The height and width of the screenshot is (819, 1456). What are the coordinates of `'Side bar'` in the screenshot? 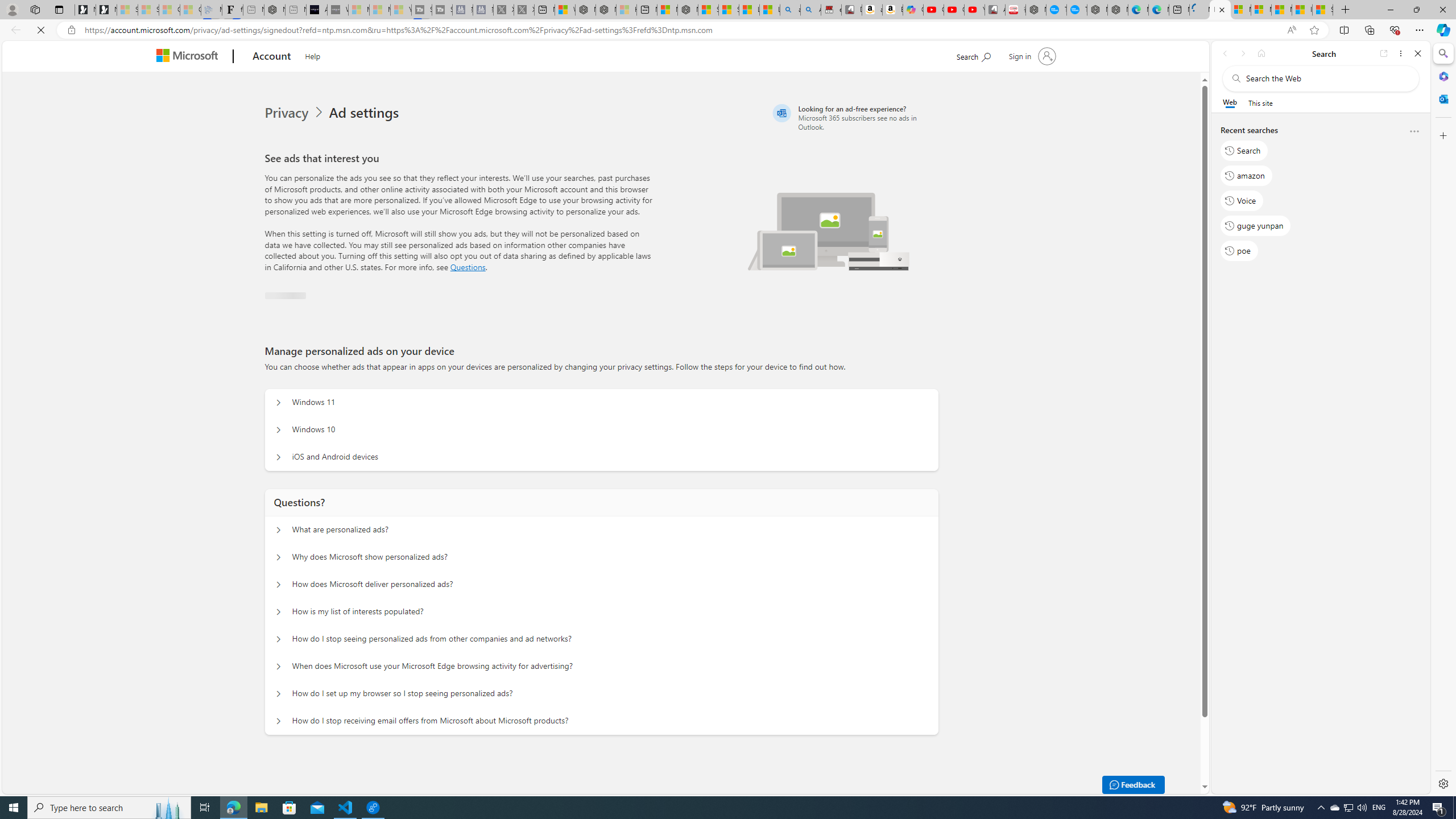 It's located at (1443, 418).